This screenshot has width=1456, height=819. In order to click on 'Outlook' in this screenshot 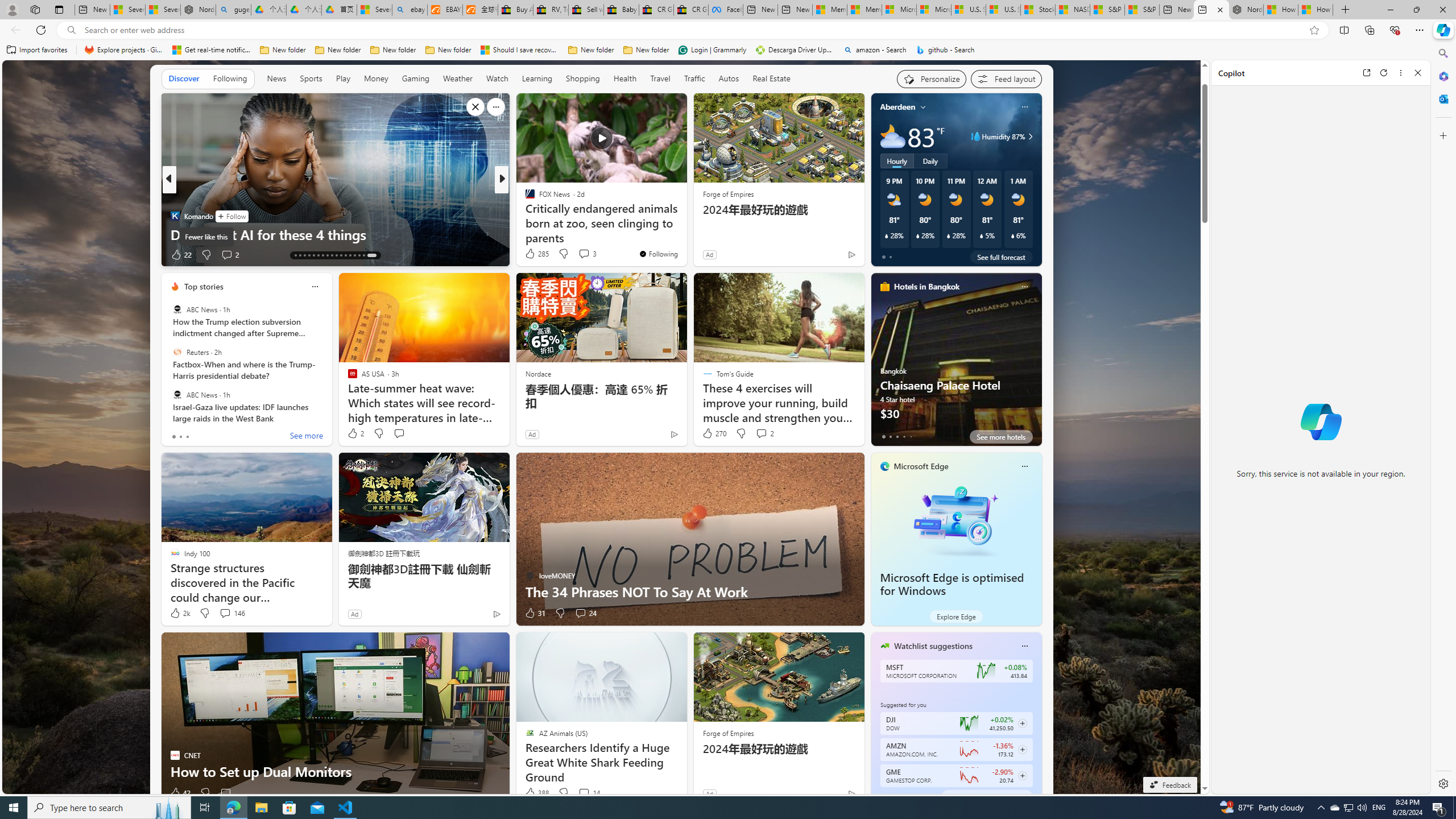, I will do `click(1442, 98)`.